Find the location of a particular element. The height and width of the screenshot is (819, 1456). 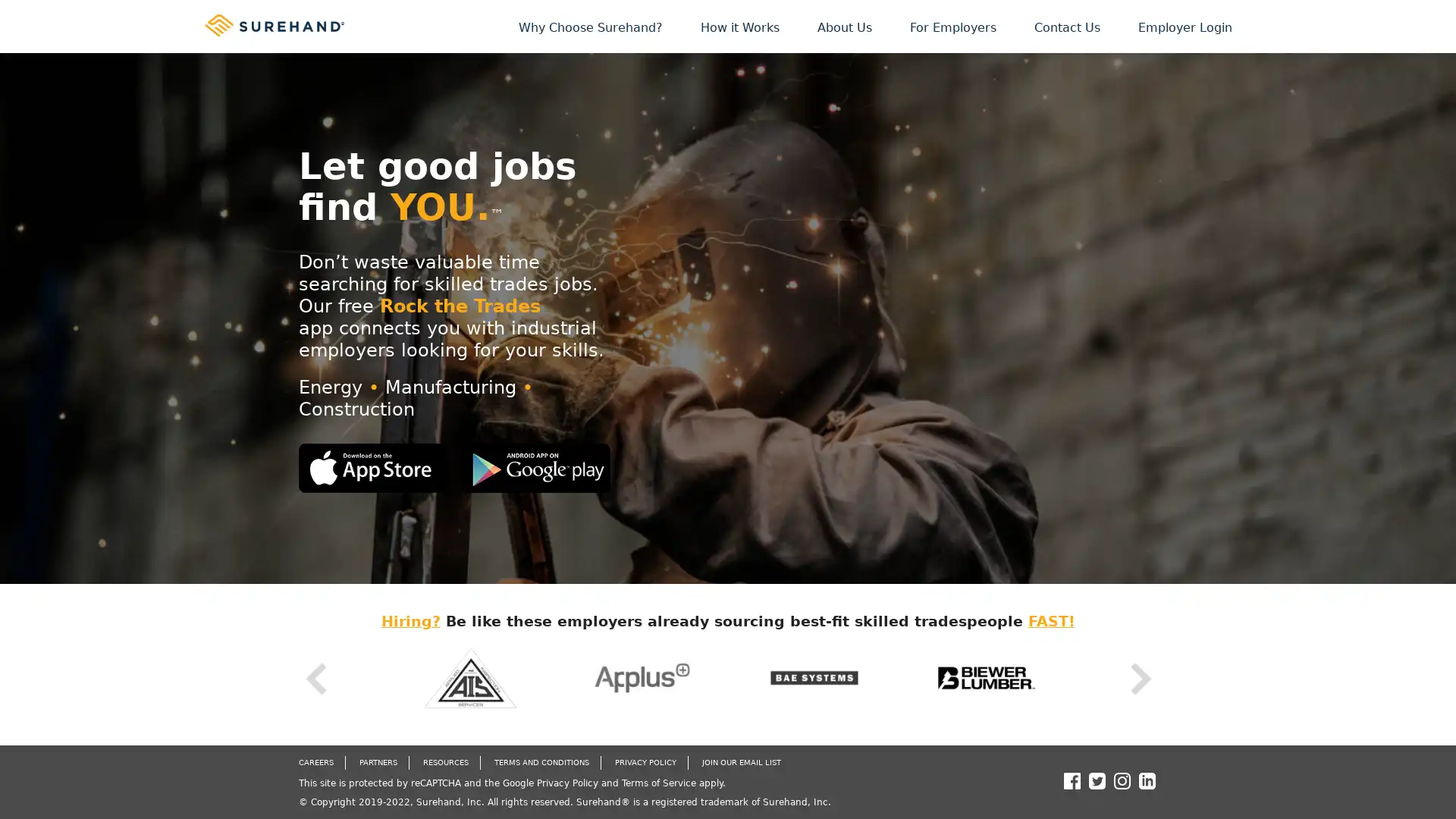

Next is located at coordinates (1140, 678).